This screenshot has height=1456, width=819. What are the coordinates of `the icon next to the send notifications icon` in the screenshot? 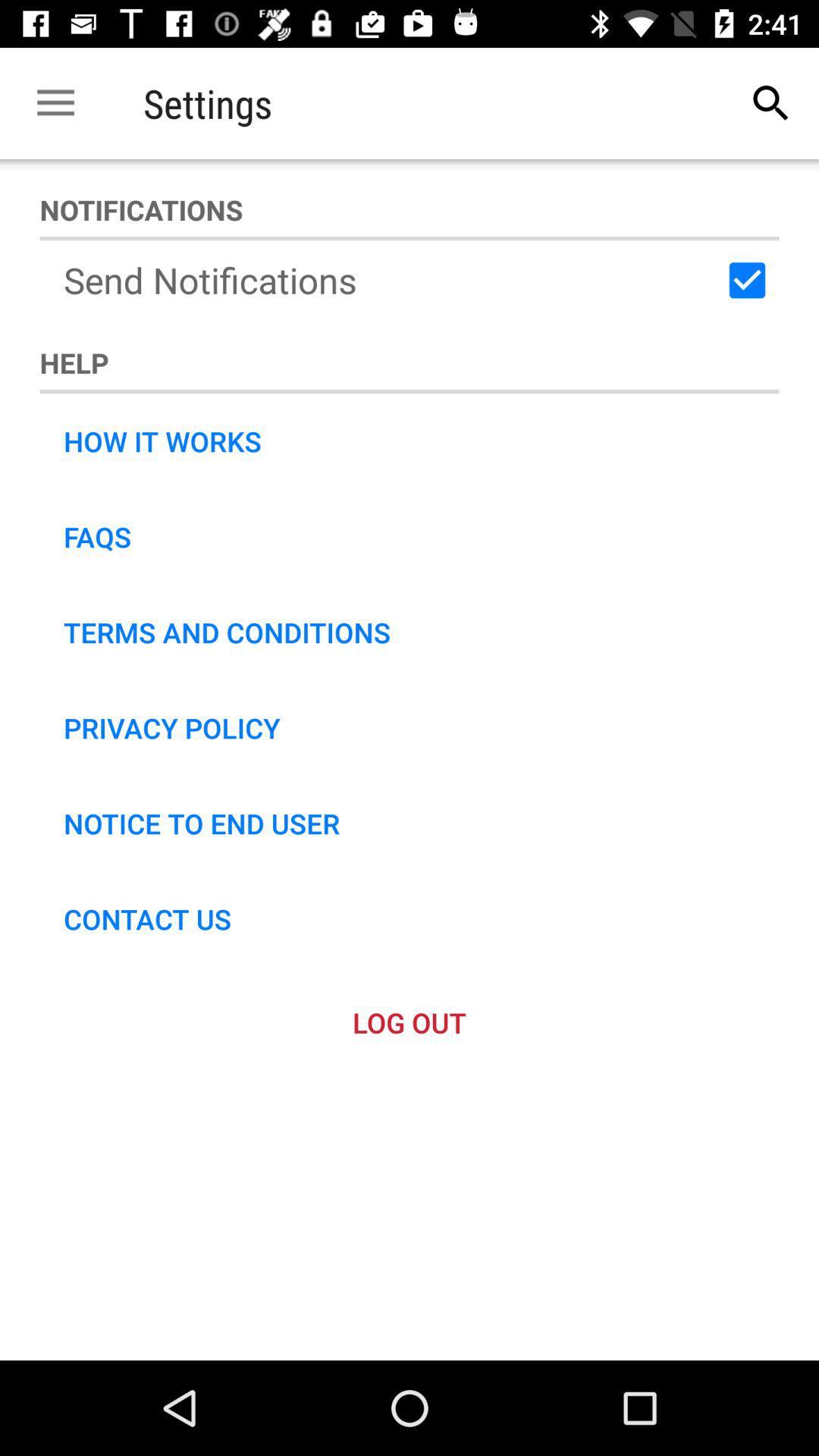 It's located at (746, 280).